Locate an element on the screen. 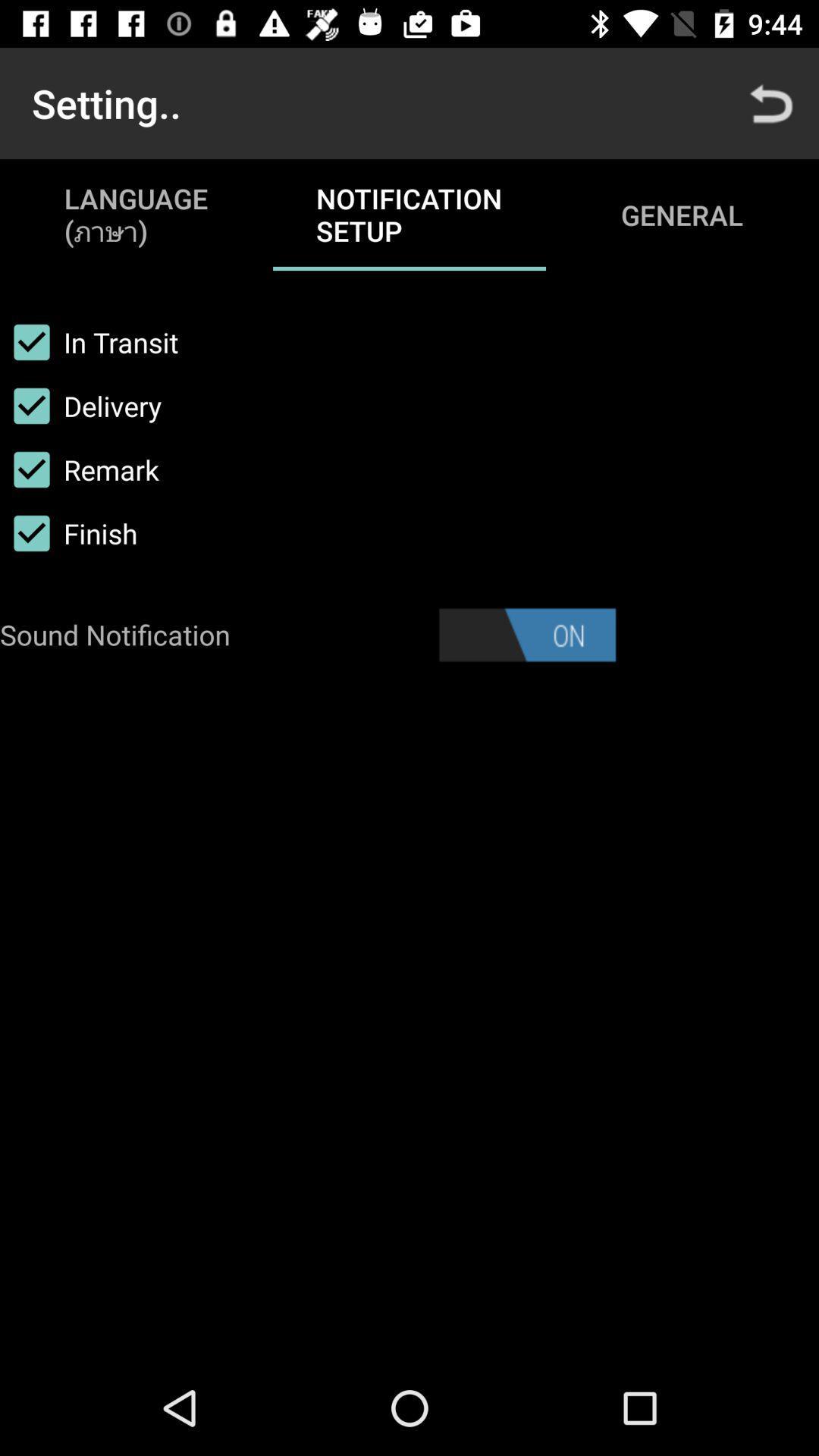 The width and height of the screenshot is (819, 1456). the item below remark item is located at coordinates (68, 533).